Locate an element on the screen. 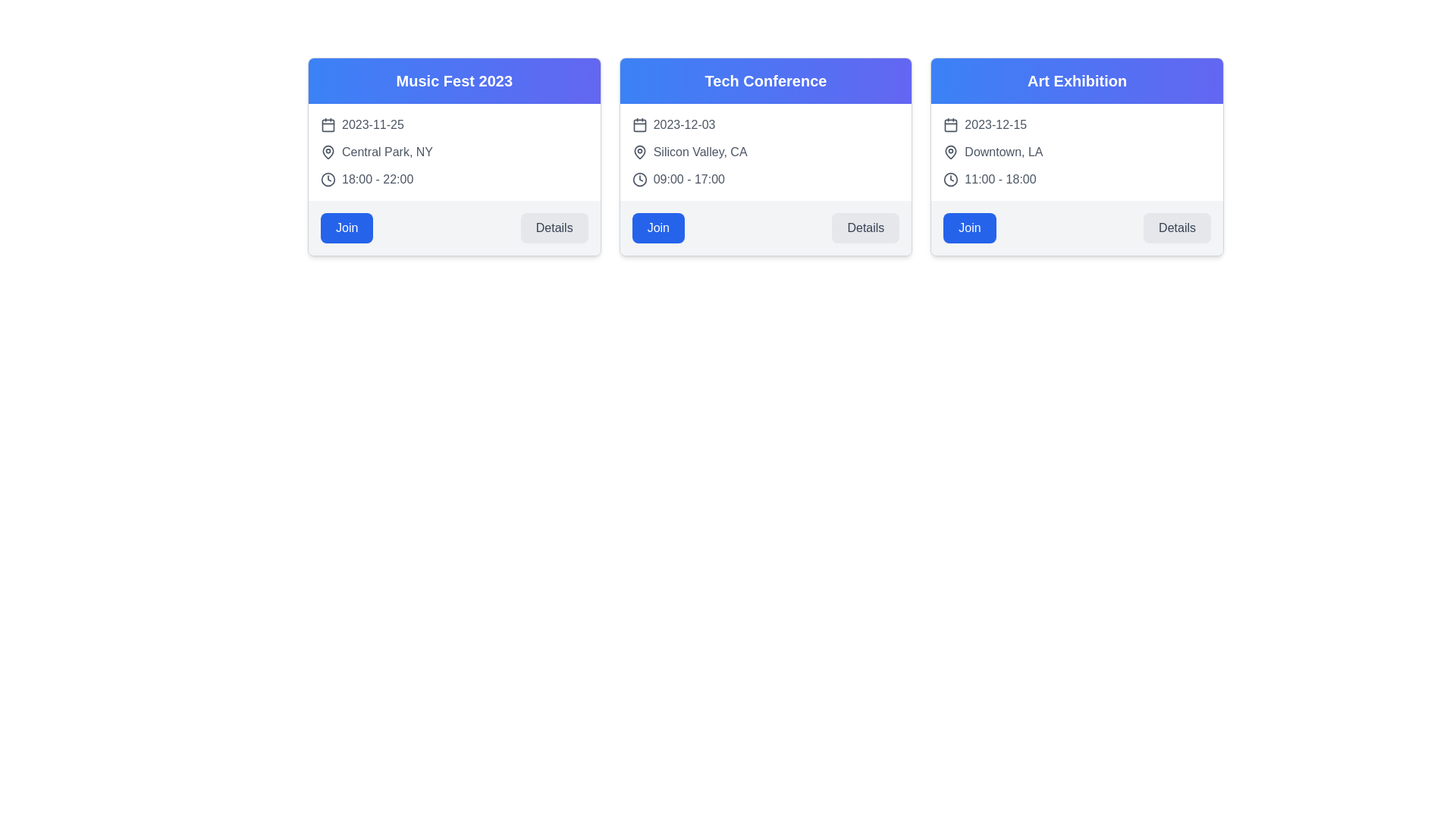 This screenshot has height=819, width=1456. the header text display of the card titled 'Art Exhibition' located at the top of the last card in a horizontal list of three cards is located at coordinates (1076, 81).